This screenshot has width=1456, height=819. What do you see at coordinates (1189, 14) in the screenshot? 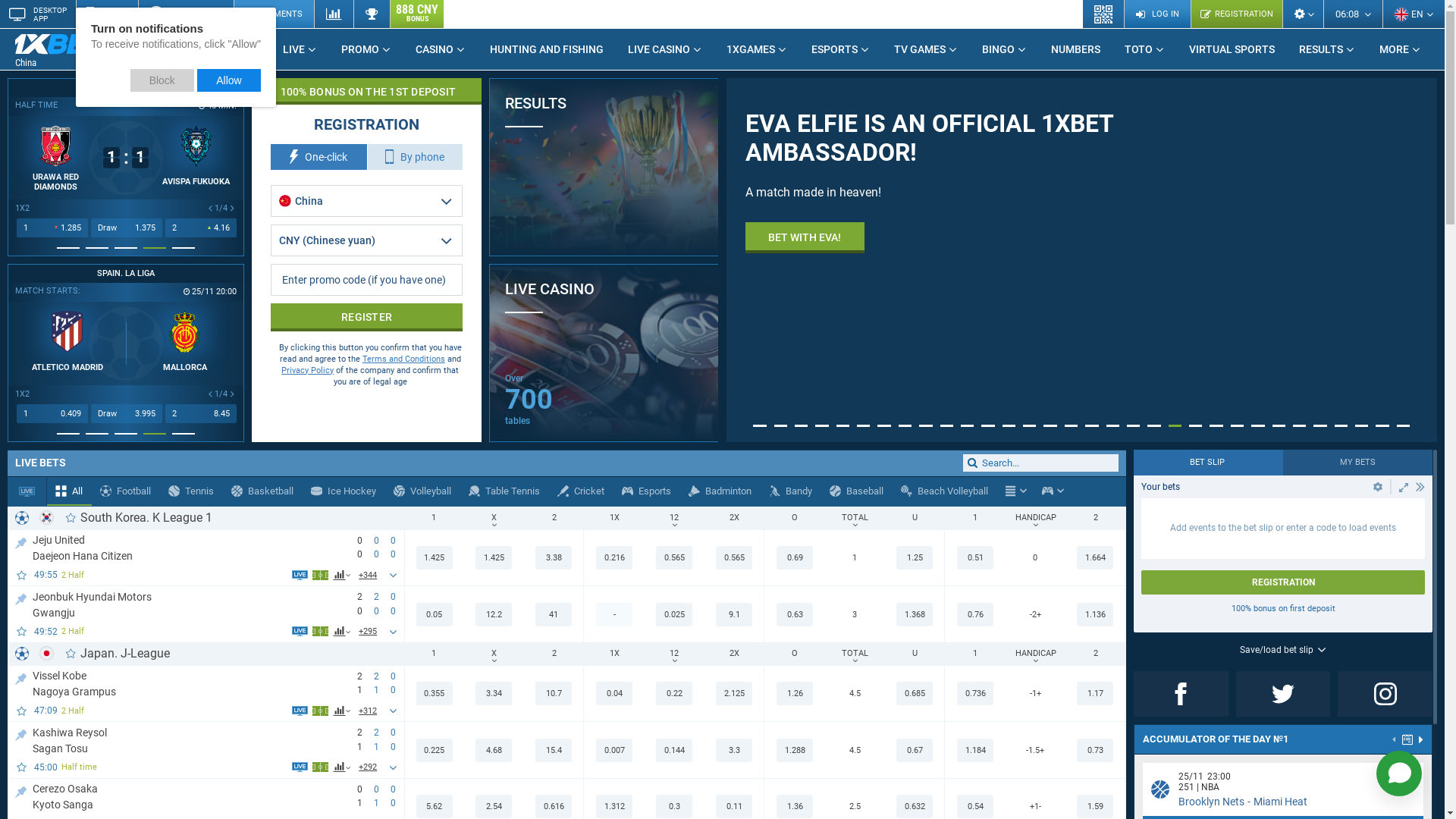
I see `'REGISTRATION'` at bounding box center [1189, 14].